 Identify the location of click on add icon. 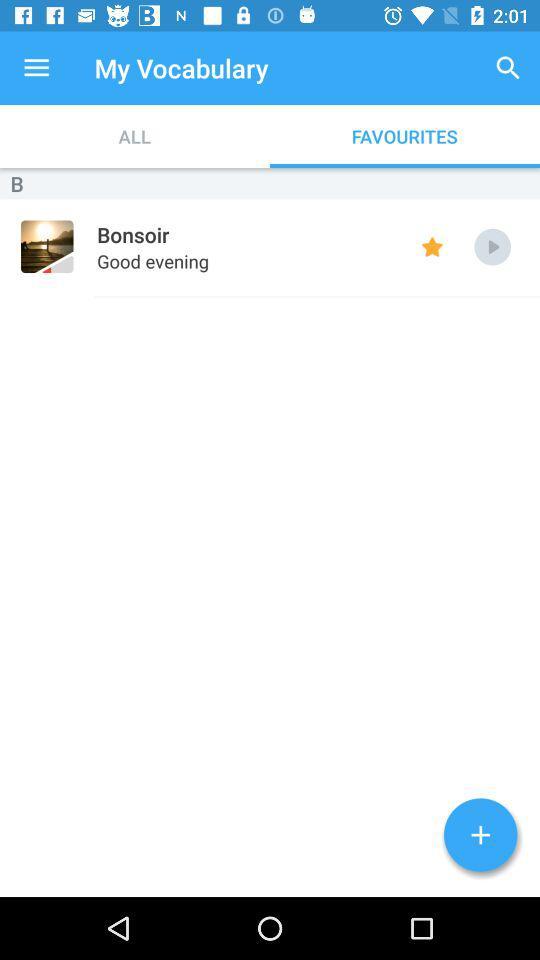
(479, 835).